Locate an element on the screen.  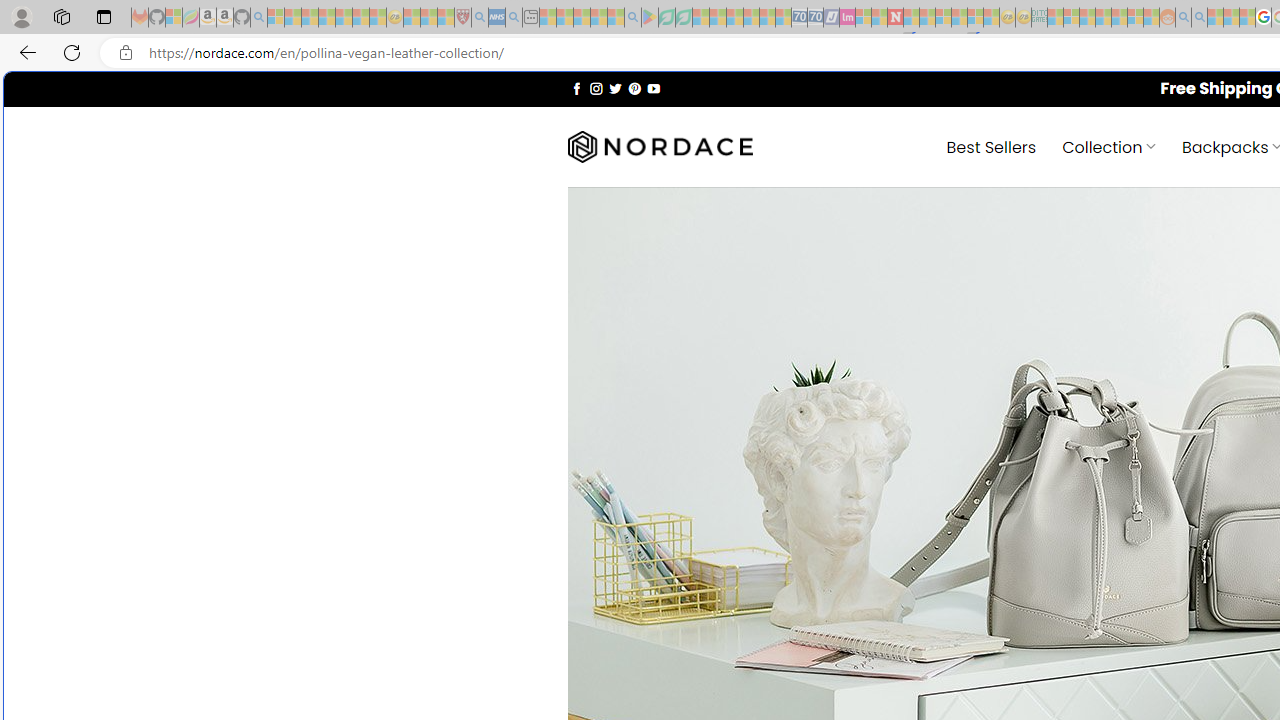
'Follow on YouTube' is located at coordinates (653, 87).